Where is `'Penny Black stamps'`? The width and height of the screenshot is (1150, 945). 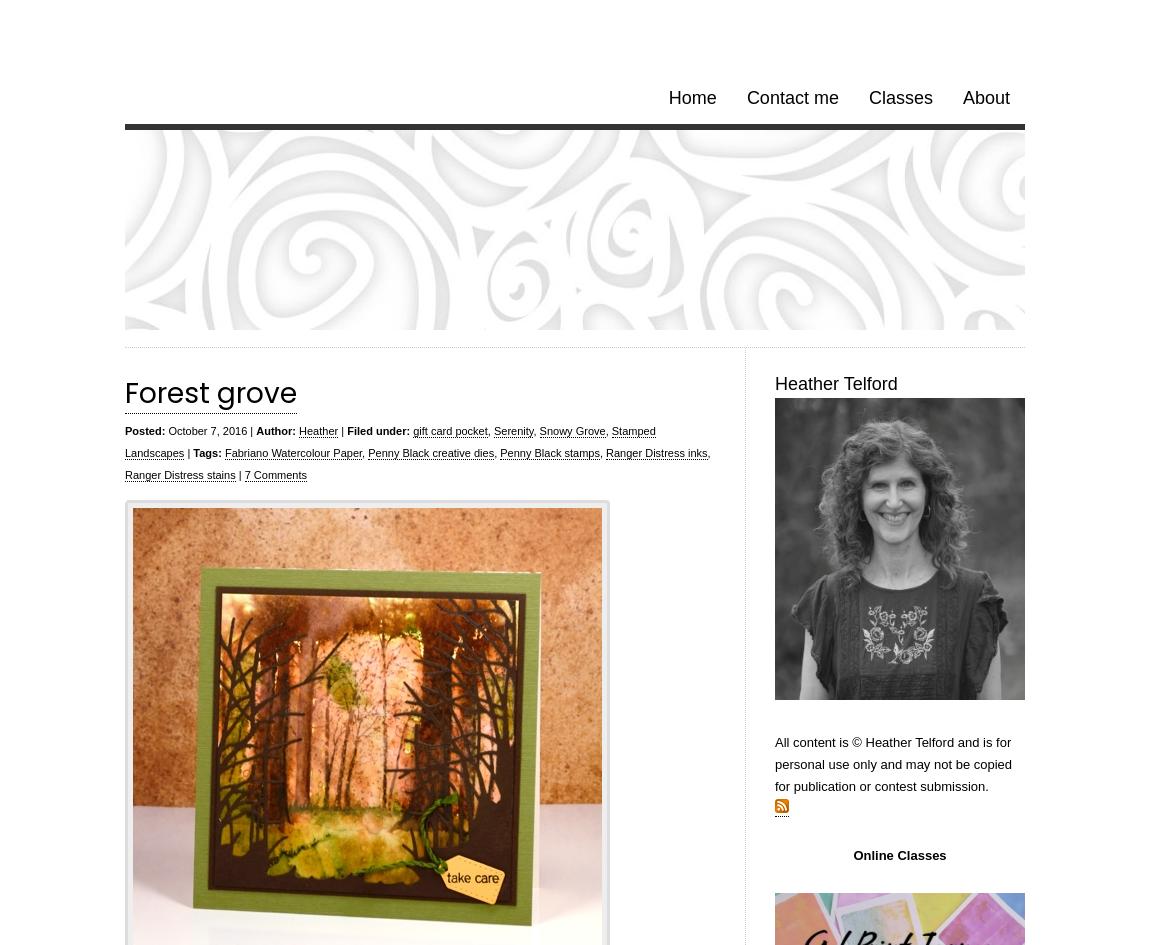
'Penny Black stamps' is located at coordinates (549, 453).